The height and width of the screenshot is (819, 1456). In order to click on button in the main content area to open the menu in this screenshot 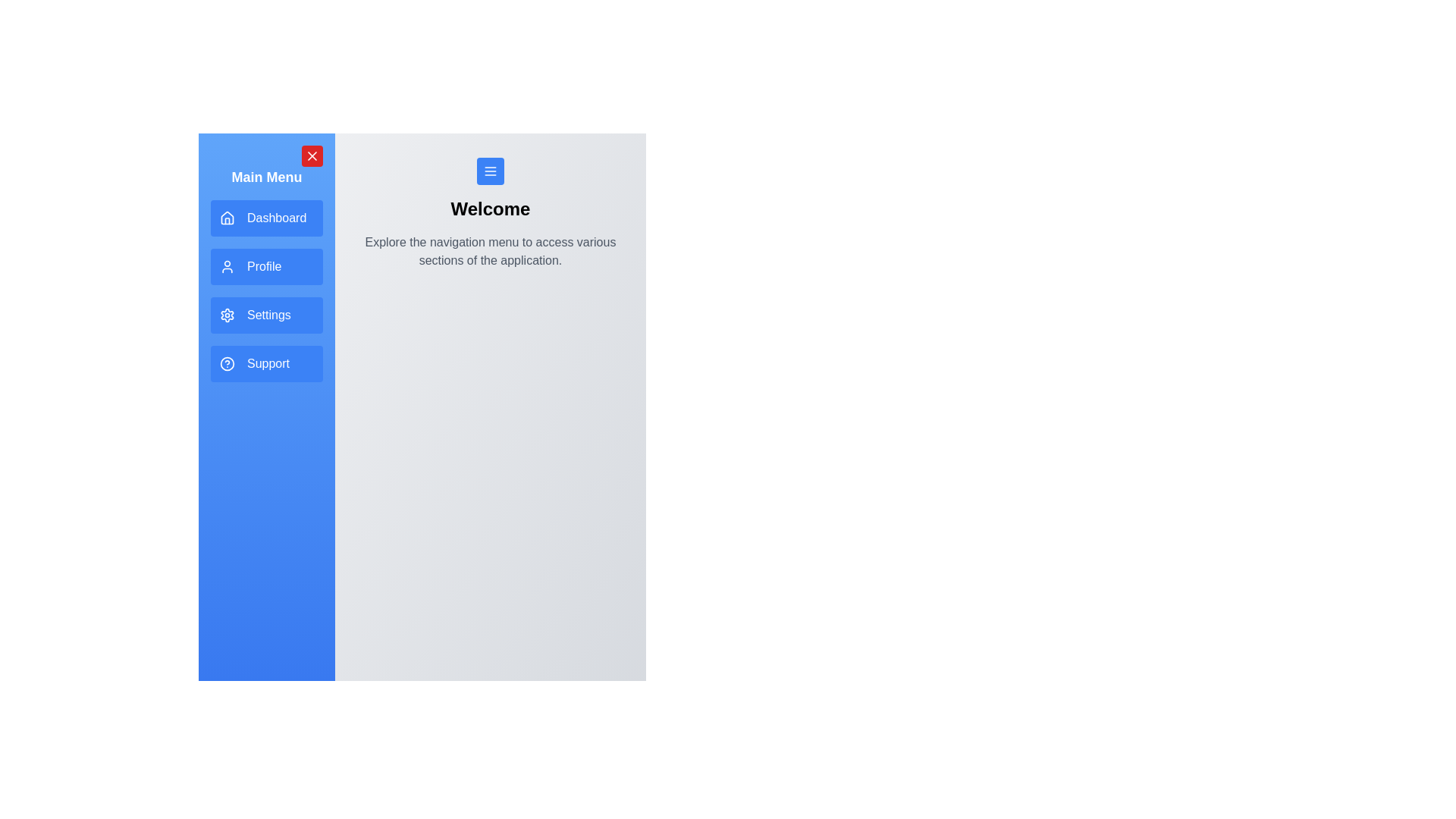, I will do `click(491, 171)`.